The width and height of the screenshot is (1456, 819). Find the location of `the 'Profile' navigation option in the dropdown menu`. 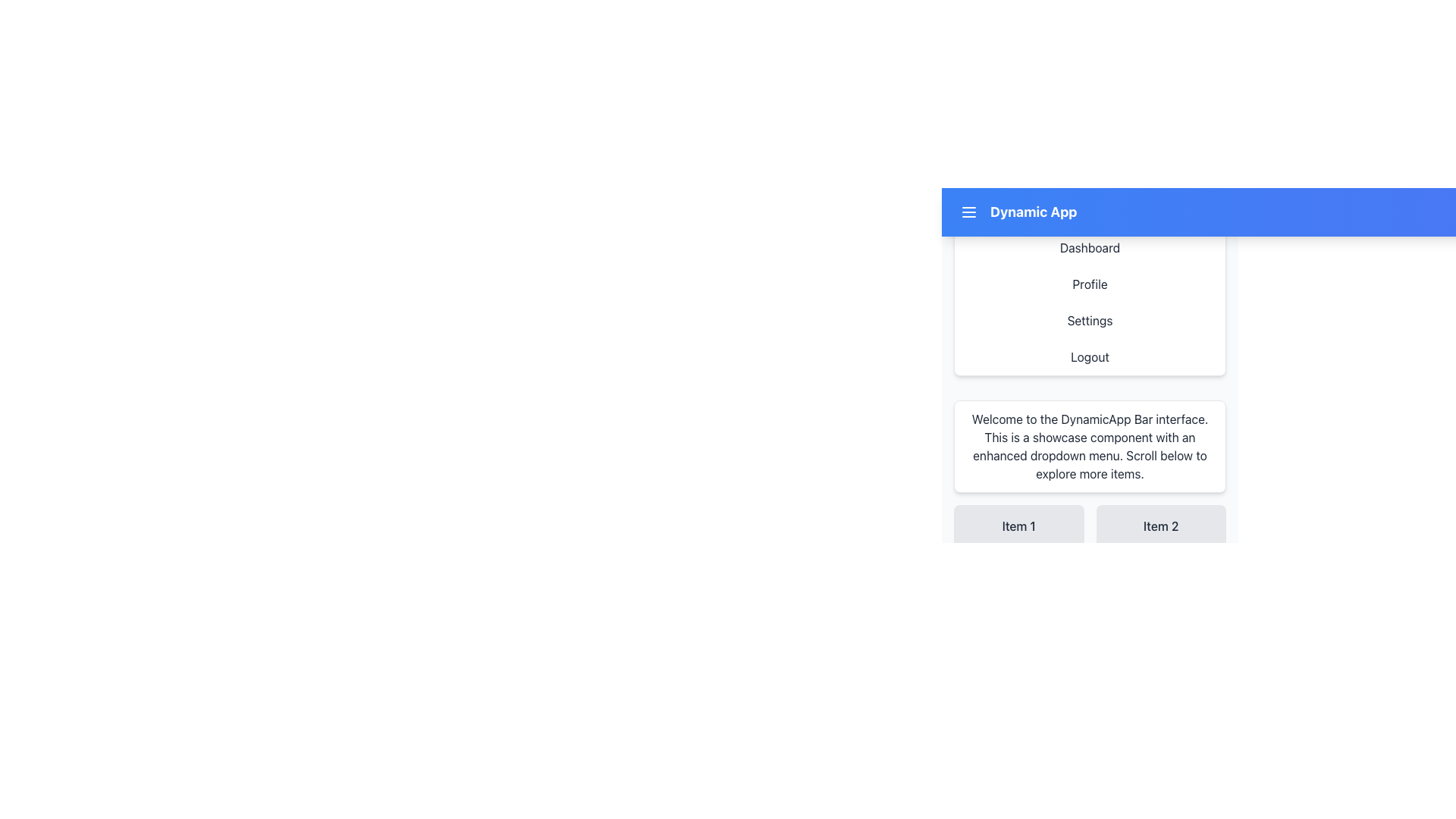

the 'Profile' navigation option in the dropdown menu is located at coordinates (1089, 281).